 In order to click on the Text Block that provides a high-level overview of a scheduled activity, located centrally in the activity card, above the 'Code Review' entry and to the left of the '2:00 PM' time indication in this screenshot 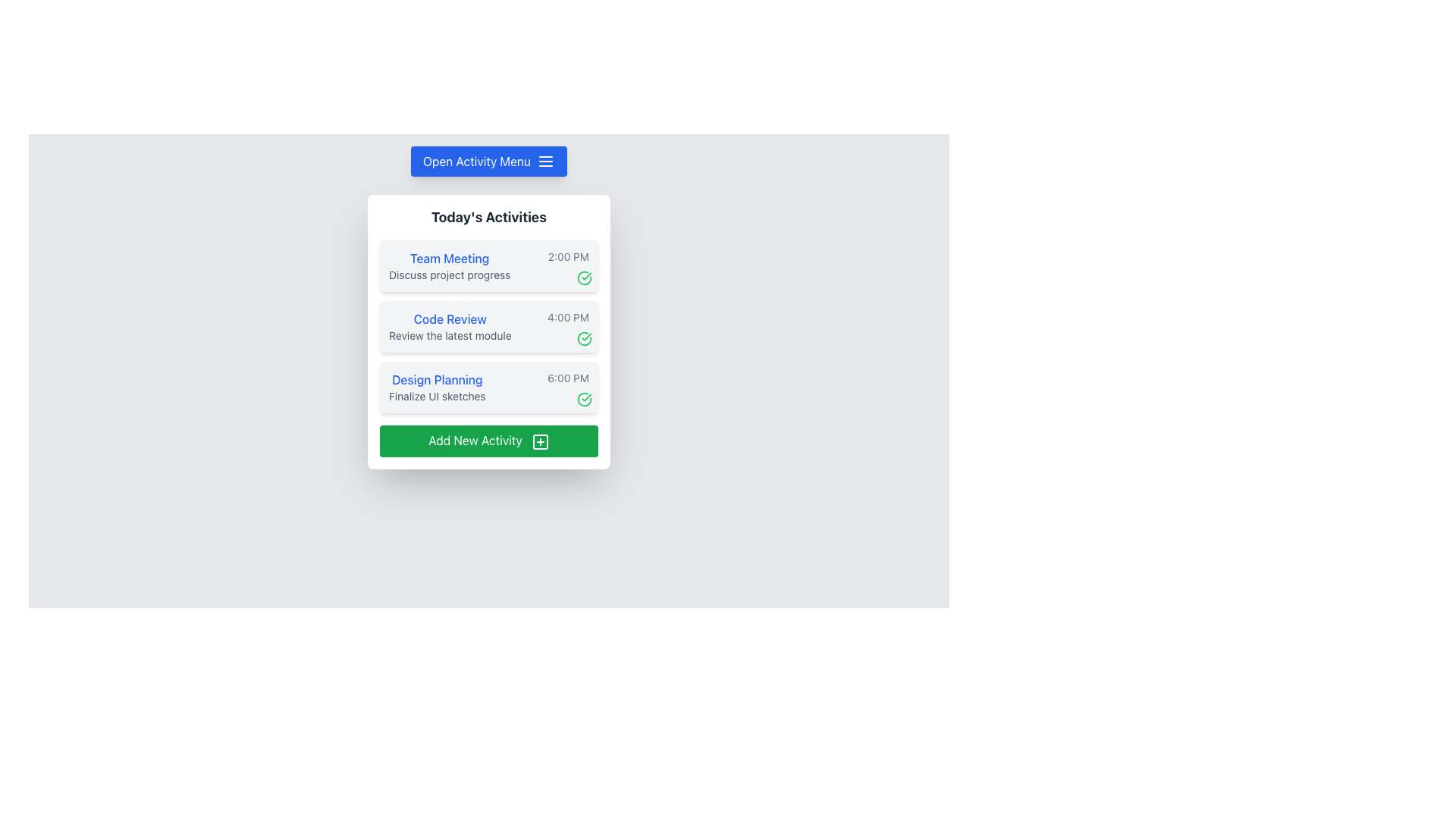, I will do `click(449, 265)`.